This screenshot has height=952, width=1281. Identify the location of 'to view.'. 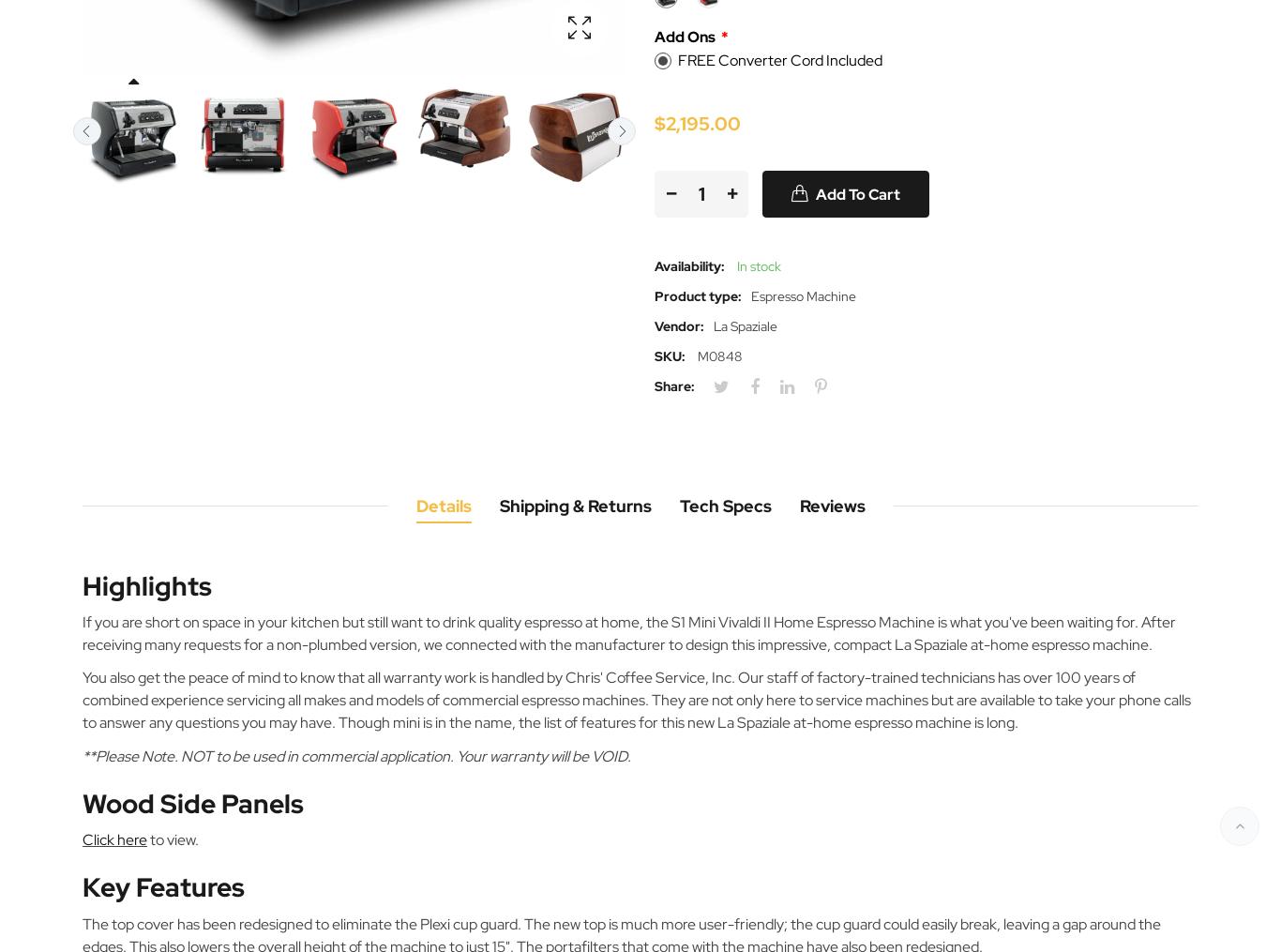
(173, 839).